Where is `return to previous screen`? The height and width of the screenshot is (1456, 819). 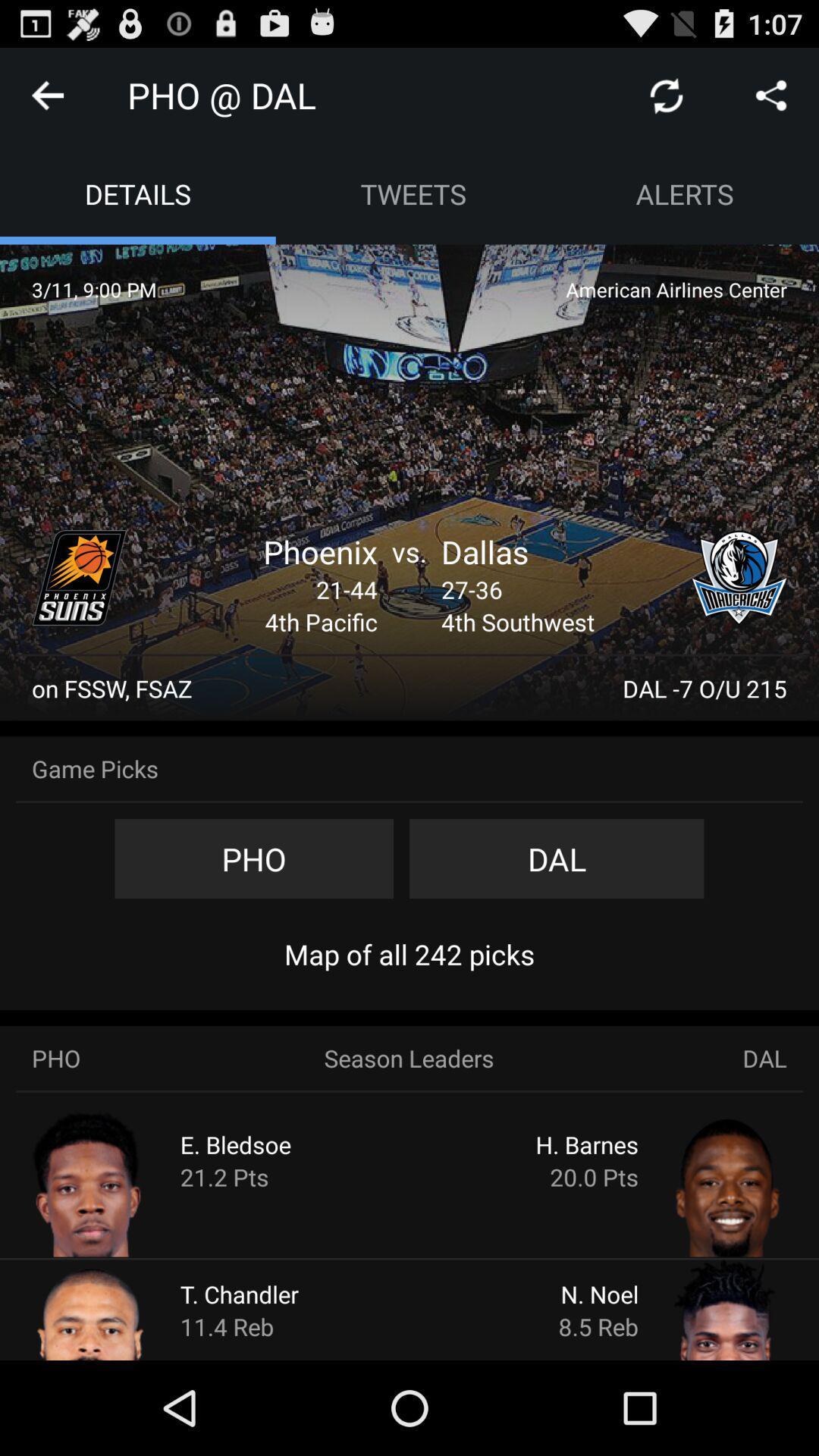
return to previous screen is located at coordinates (46, 94).